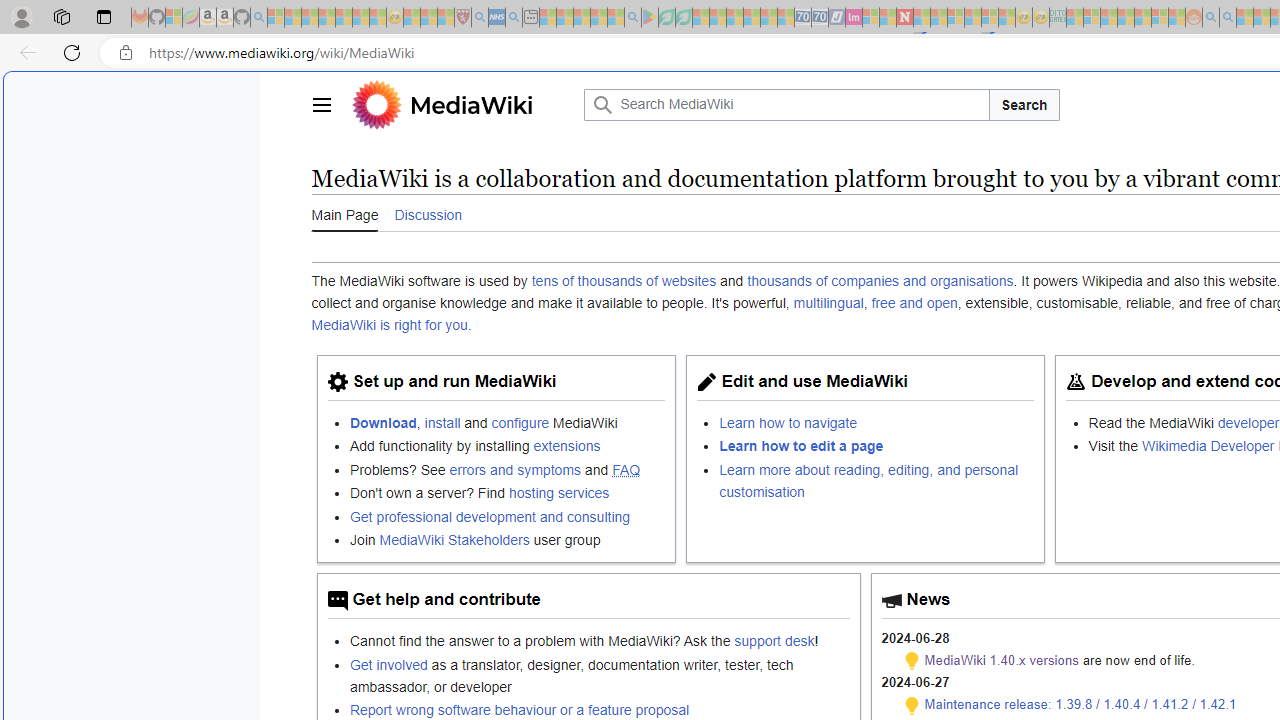 The height and width of the screenshot is (720, 1280). I want to click on 'Download, install and configure MediaWiki', so click(507, 421).